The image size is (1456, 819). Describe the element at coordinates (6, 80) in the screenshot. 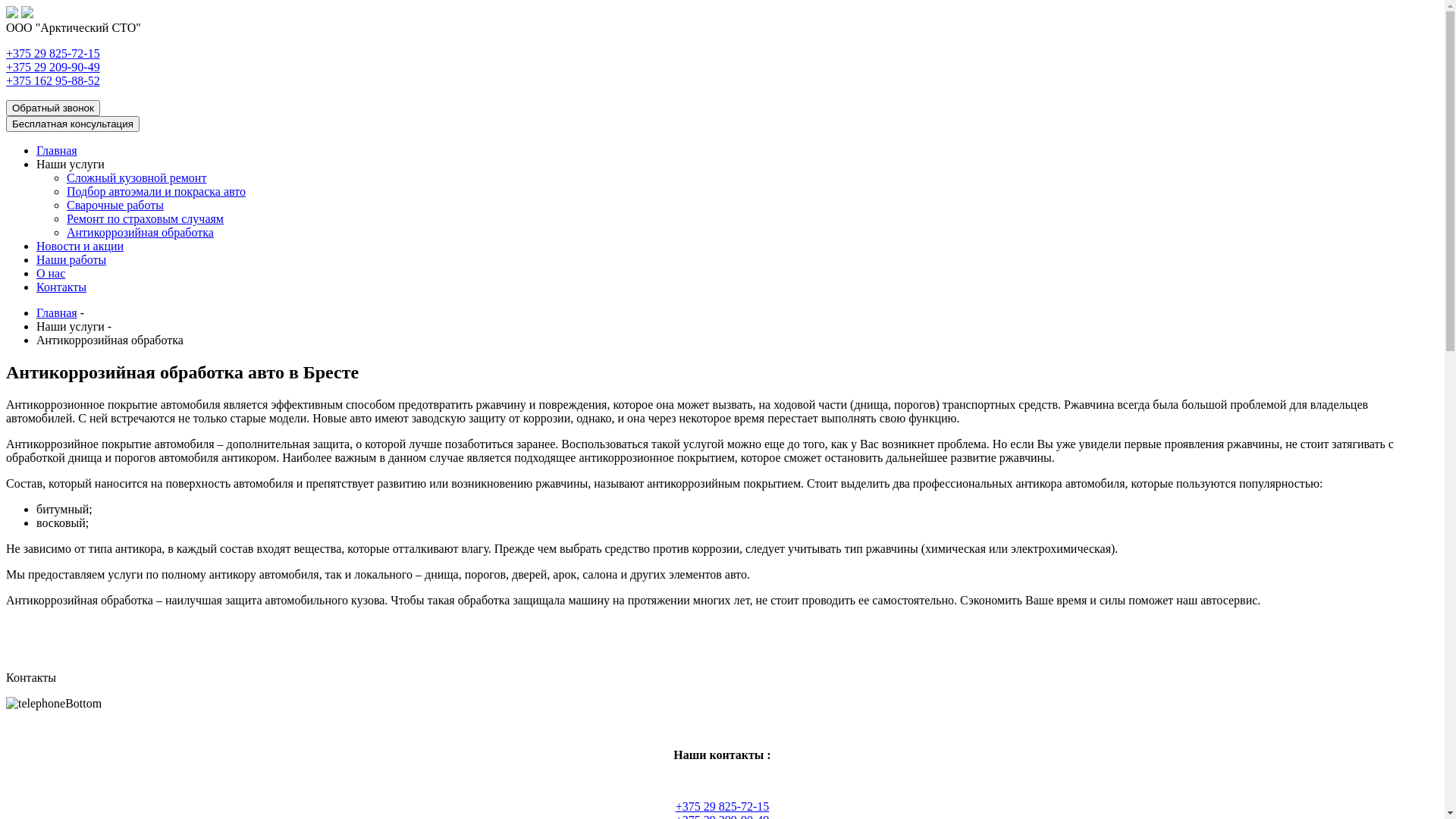

I see `'+375 162 95-88-52'` at that location.